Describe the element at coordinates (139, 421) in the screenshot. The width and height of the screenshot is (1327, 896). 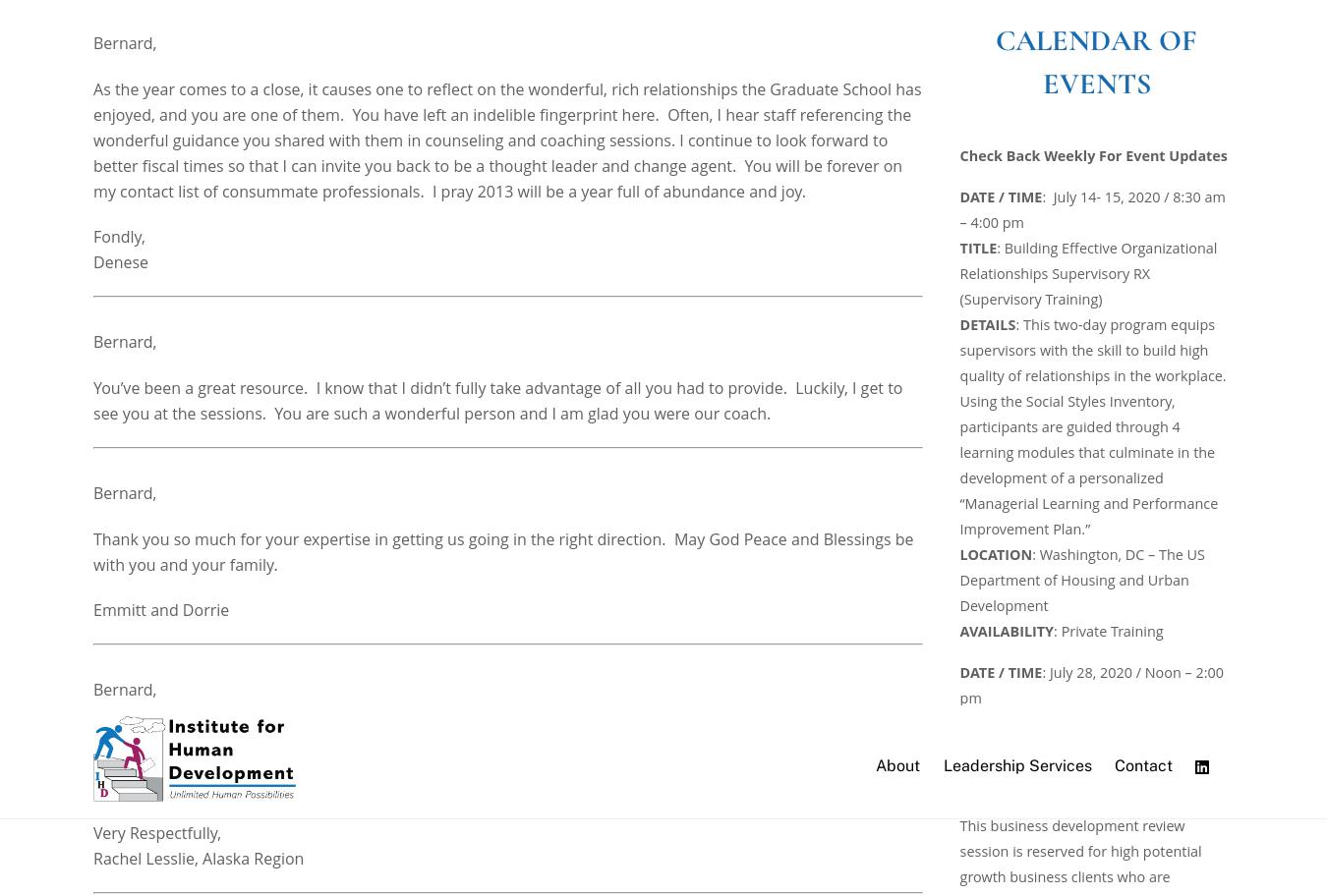
I see `'Mr. Bernard,'` at that location.